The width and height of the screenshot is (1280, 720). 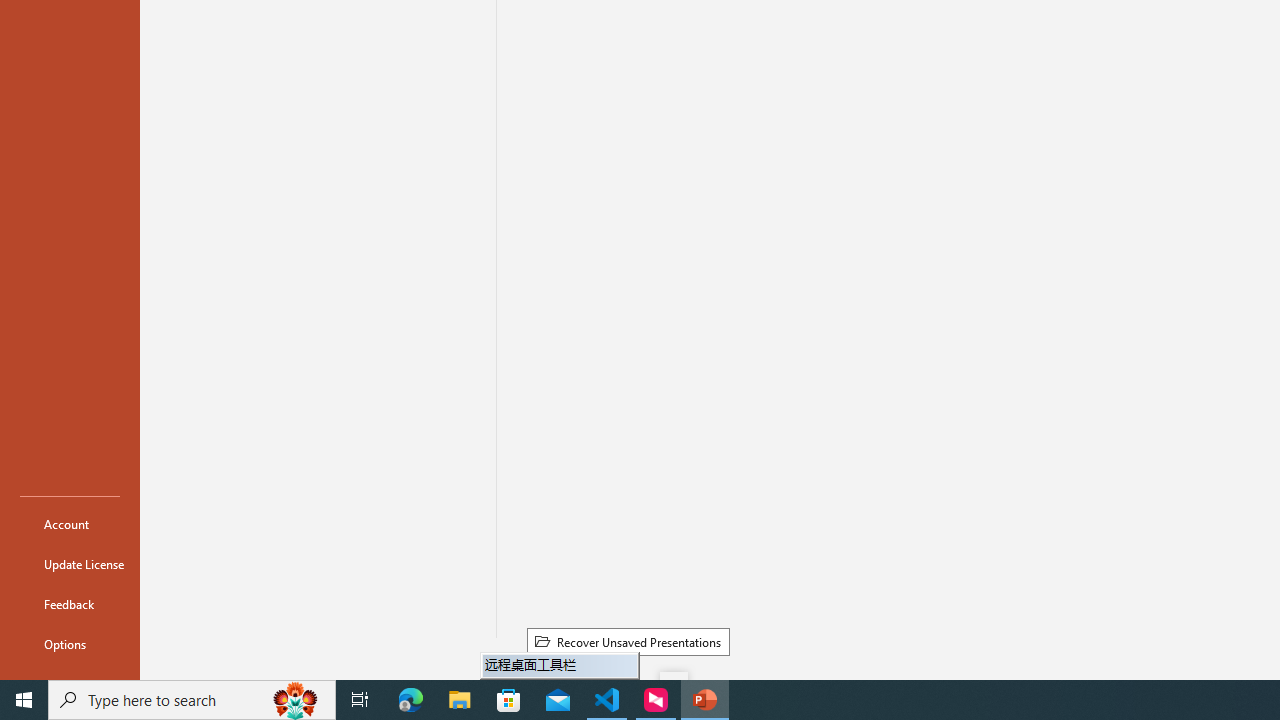 I want to click on 'Account', so click(x=69, y=523).